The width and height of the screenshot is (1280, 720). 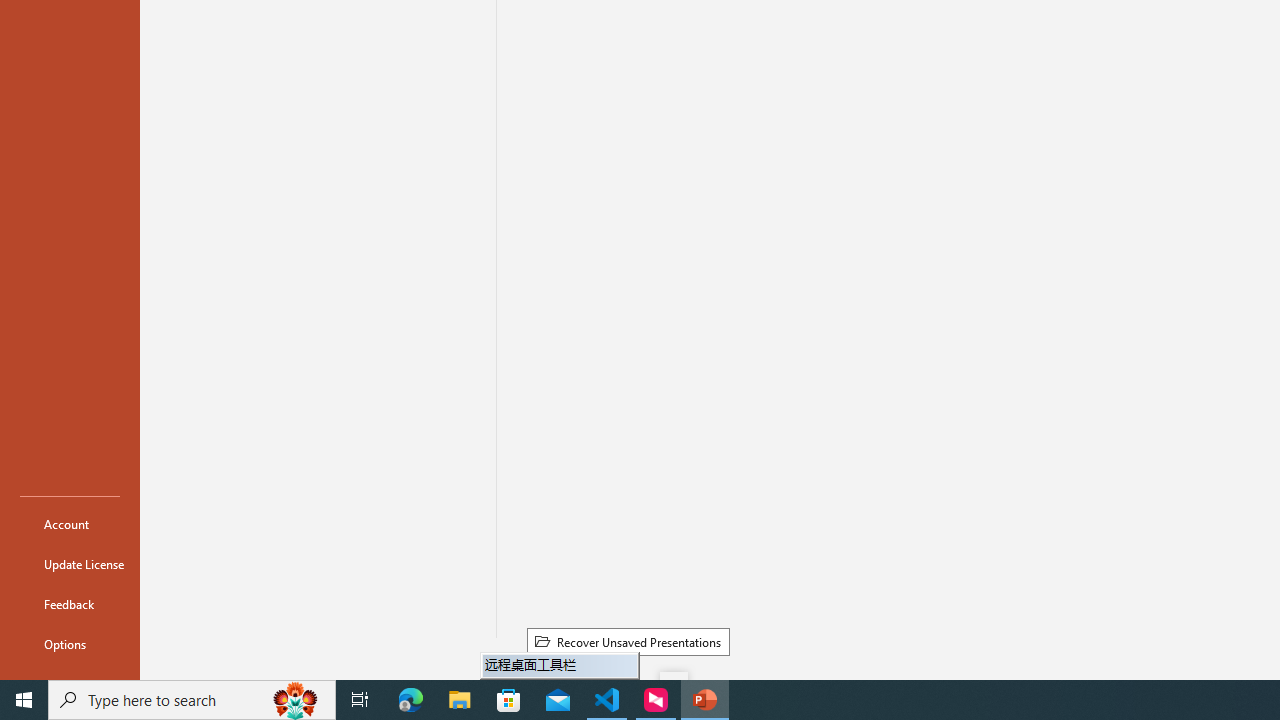 I want to click on 'Account', so click(x=69, y=523).